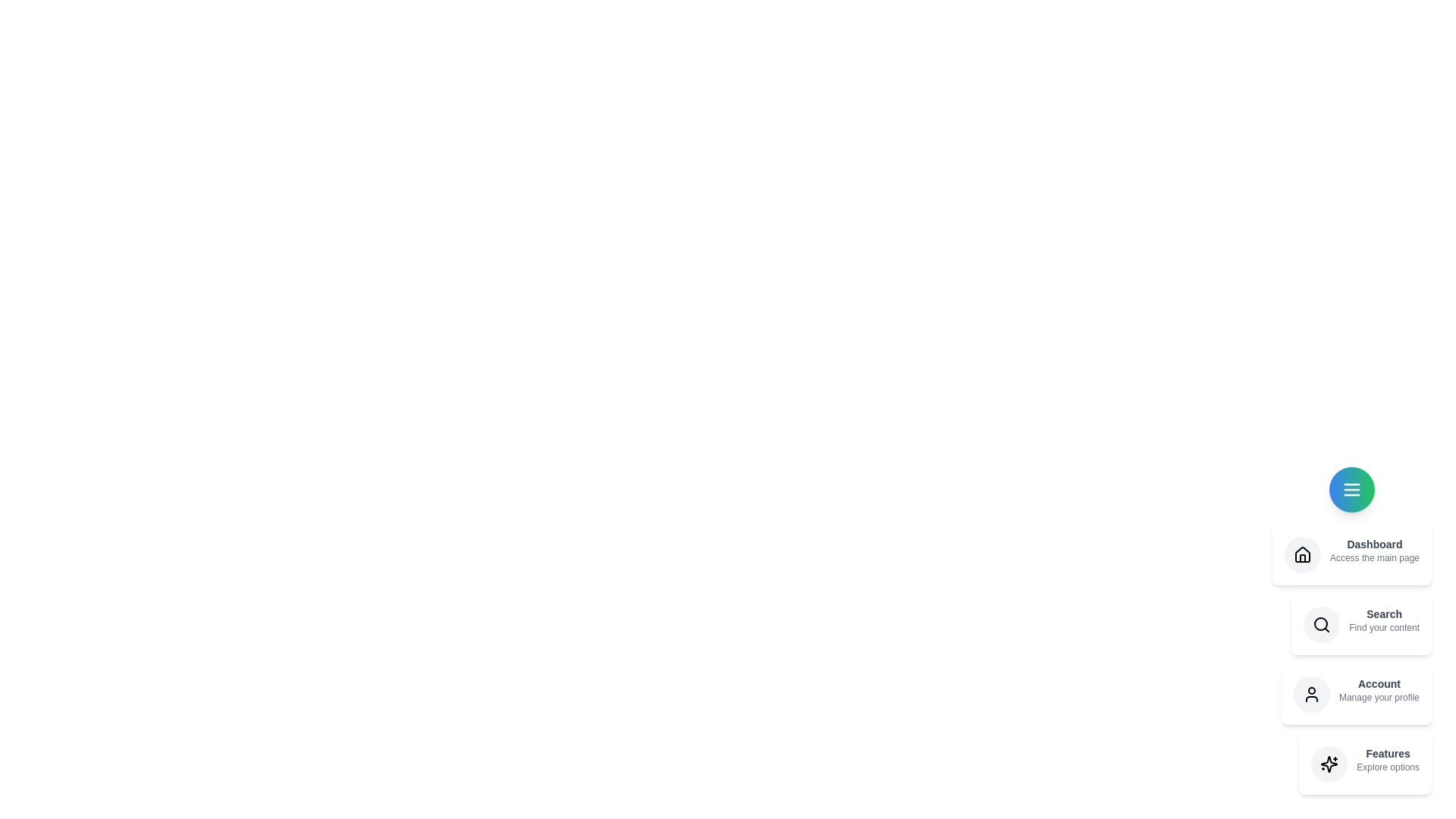  What do you see at coordinates (1310, 694) in the screenshot?
I see `the icon corresponding to Account in the speed dial menu` at bounding box center [1310, 694].